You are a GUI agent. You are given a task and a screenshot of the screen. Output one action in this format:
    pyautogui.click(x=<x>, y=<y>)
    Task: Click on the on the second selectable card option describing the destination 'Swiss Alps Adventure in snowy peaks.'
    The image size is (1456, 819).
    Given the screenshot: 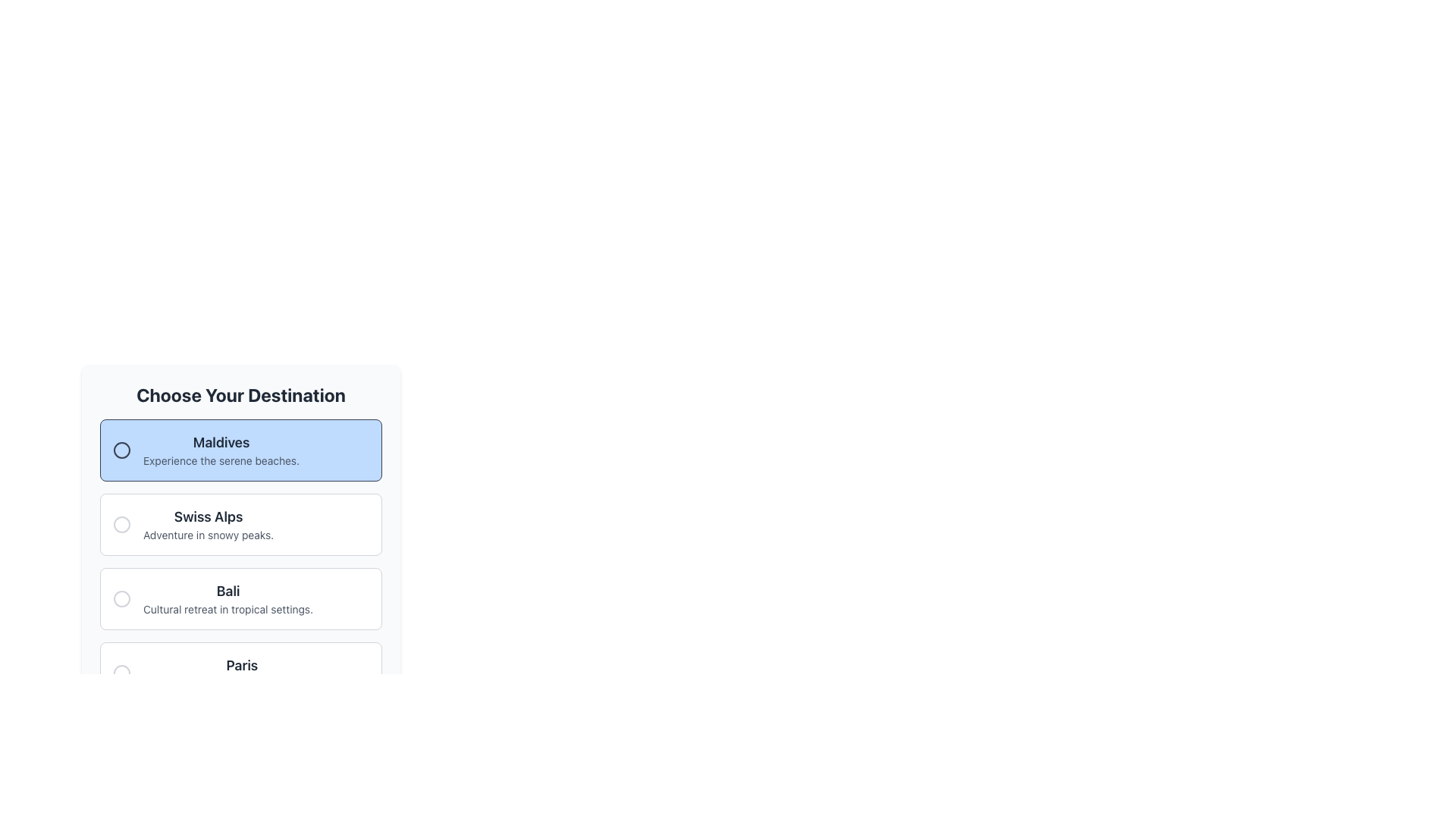 What is the action you would take?
    pyautogui.click(x=240, y=510)
    